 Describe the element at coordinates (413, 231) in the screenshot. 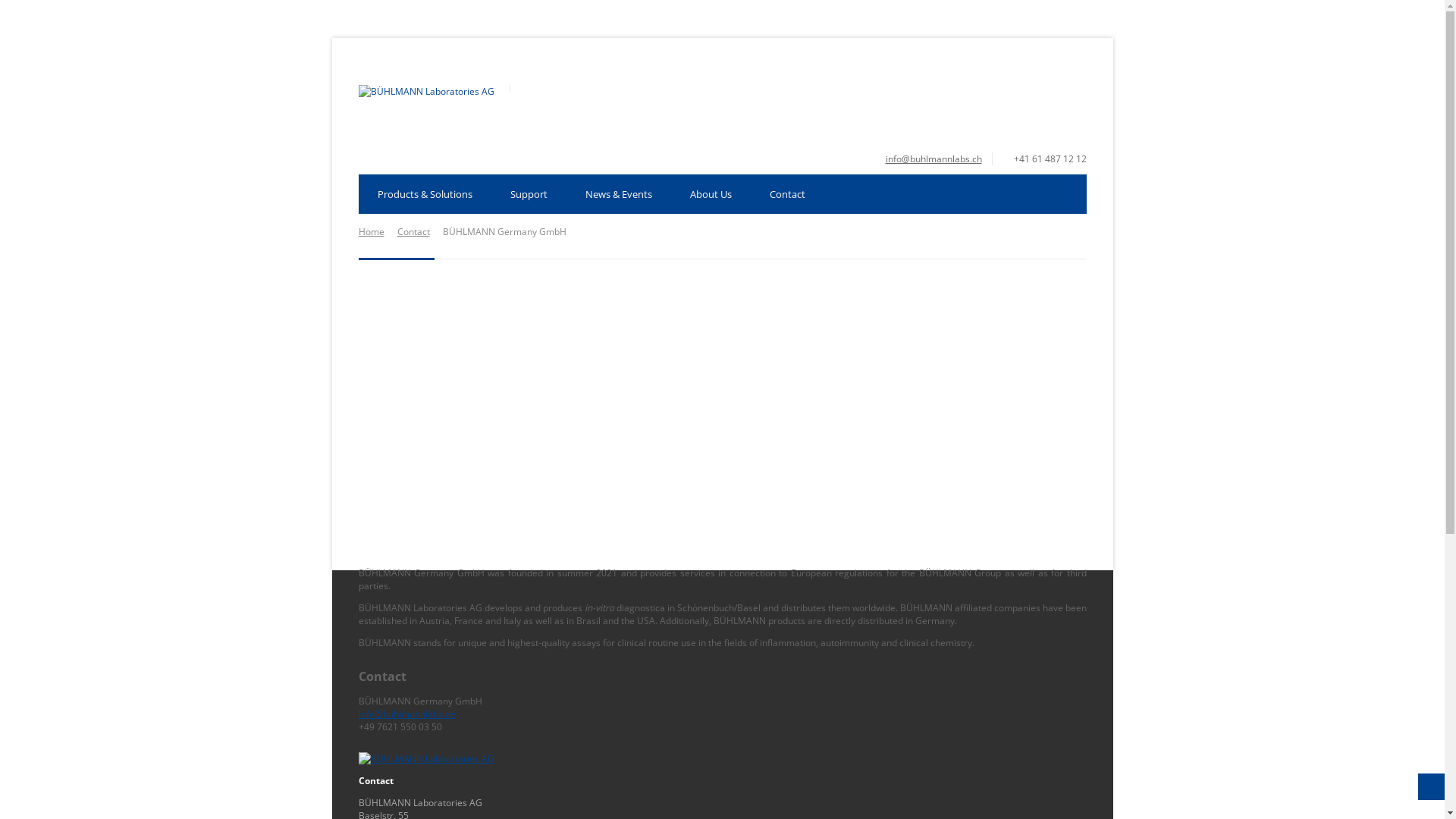

I see `'Contact'` at that location.